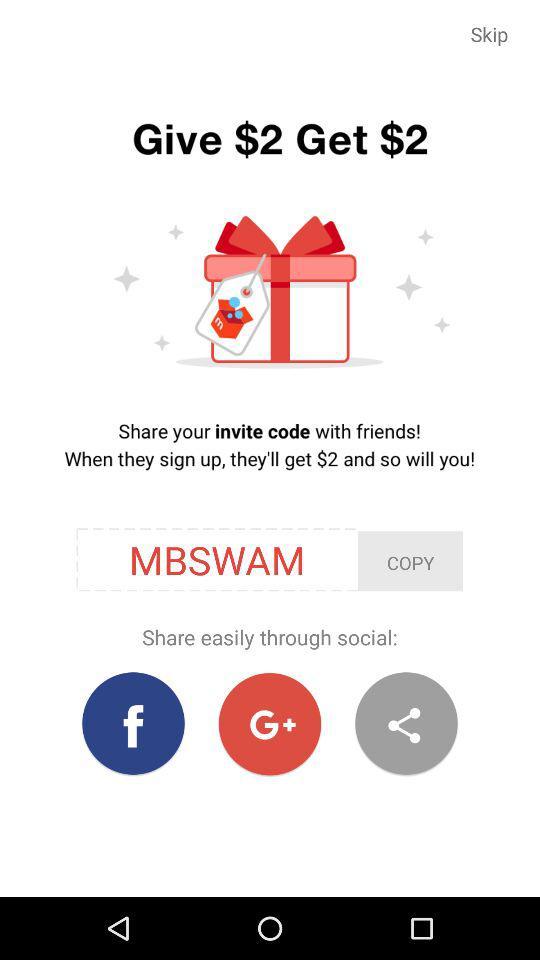 Image resolution: width=540 pixels, height=960 pixels. What do you see at coordinates (133, 723) in the screenshot?
I see `share invite code to facebook` at bounding box center [133, 723].